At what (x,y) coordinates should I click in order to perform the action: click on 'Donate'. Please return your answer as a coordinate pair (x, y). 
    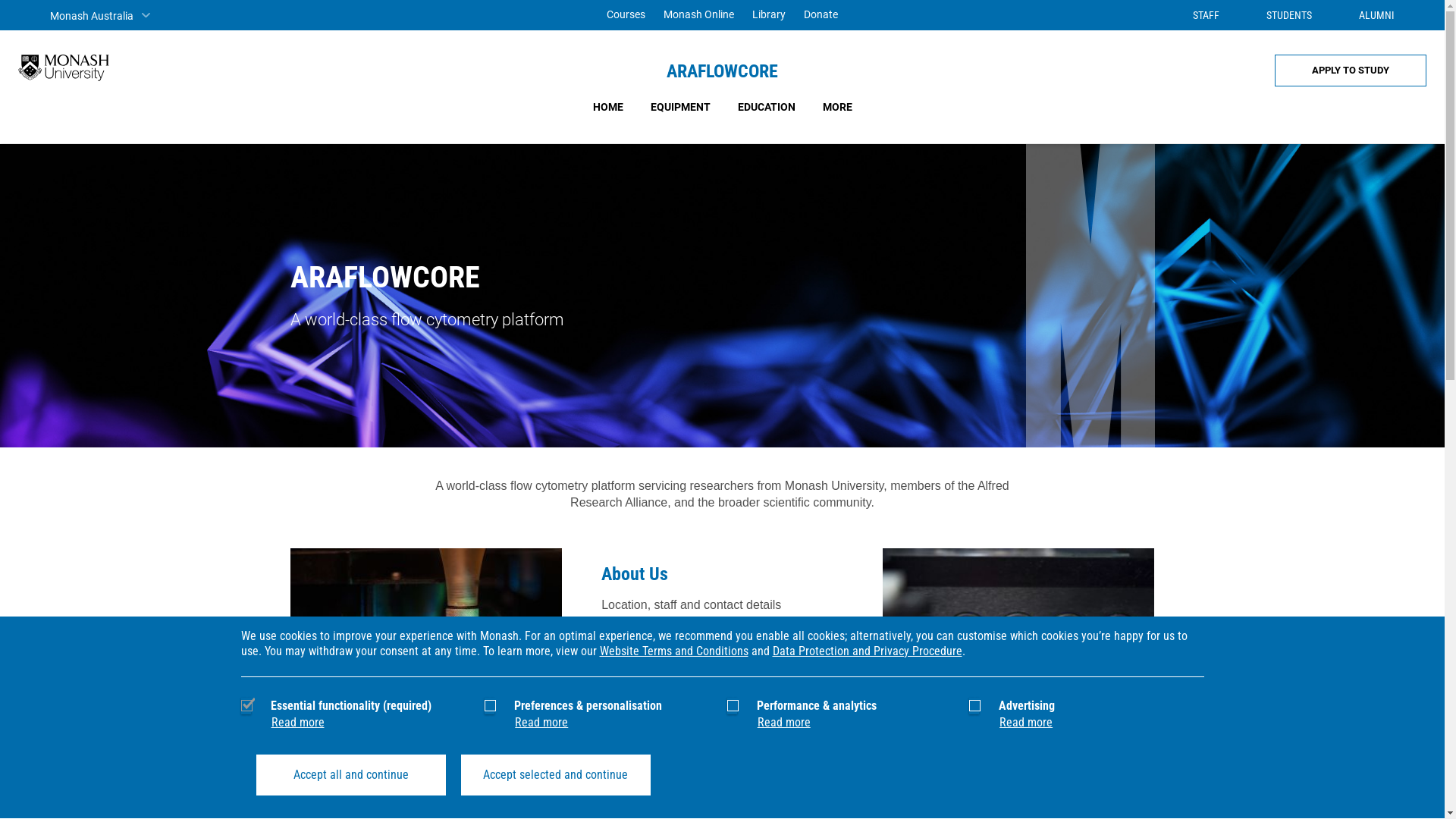
    Looking at the image, I should click on (820, 14).